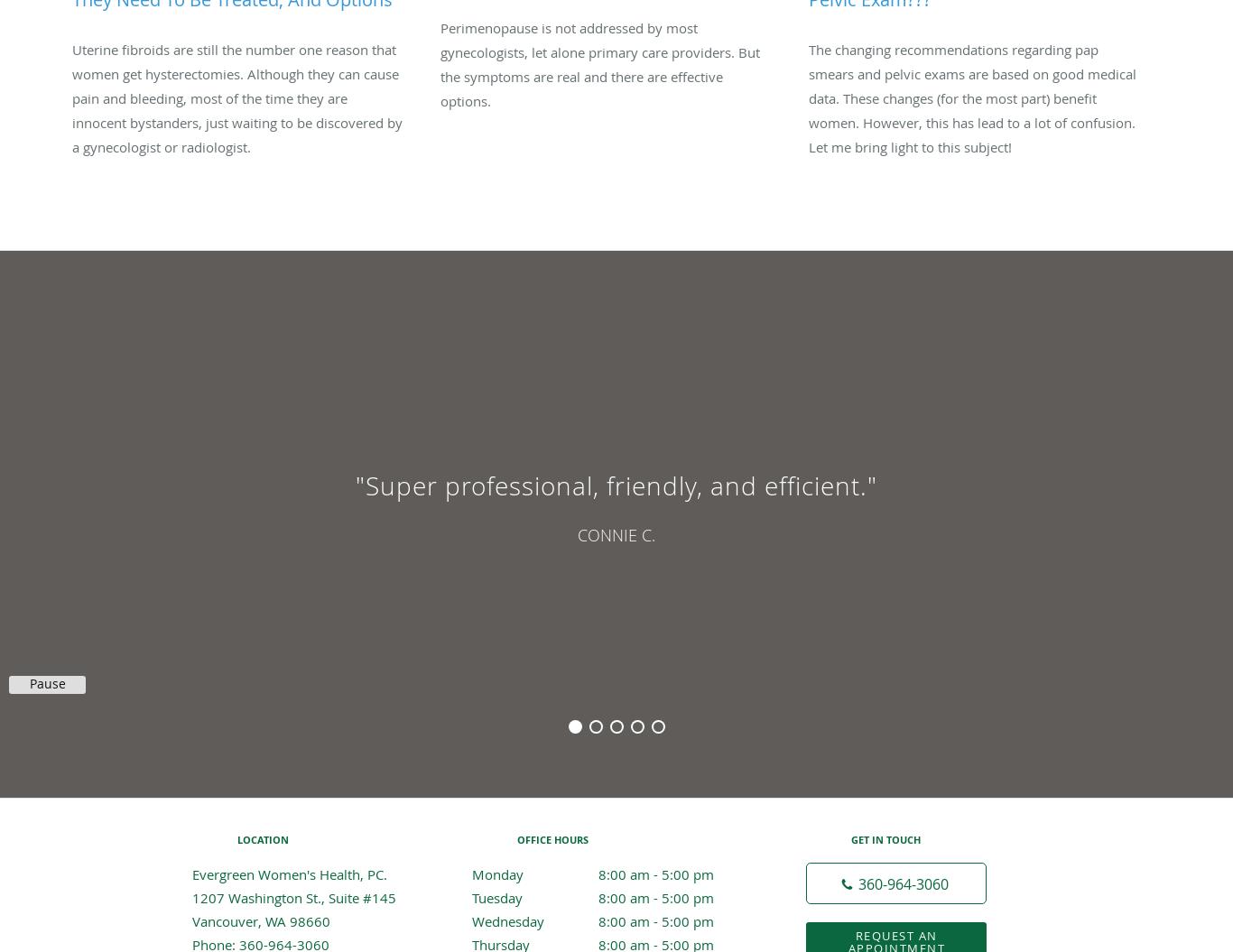 This screenshot has height=952, width=1233. What do you see at coordinates (497, 873) in the screenshot?
I see `'Monday'` at bounding box center [497, 873].